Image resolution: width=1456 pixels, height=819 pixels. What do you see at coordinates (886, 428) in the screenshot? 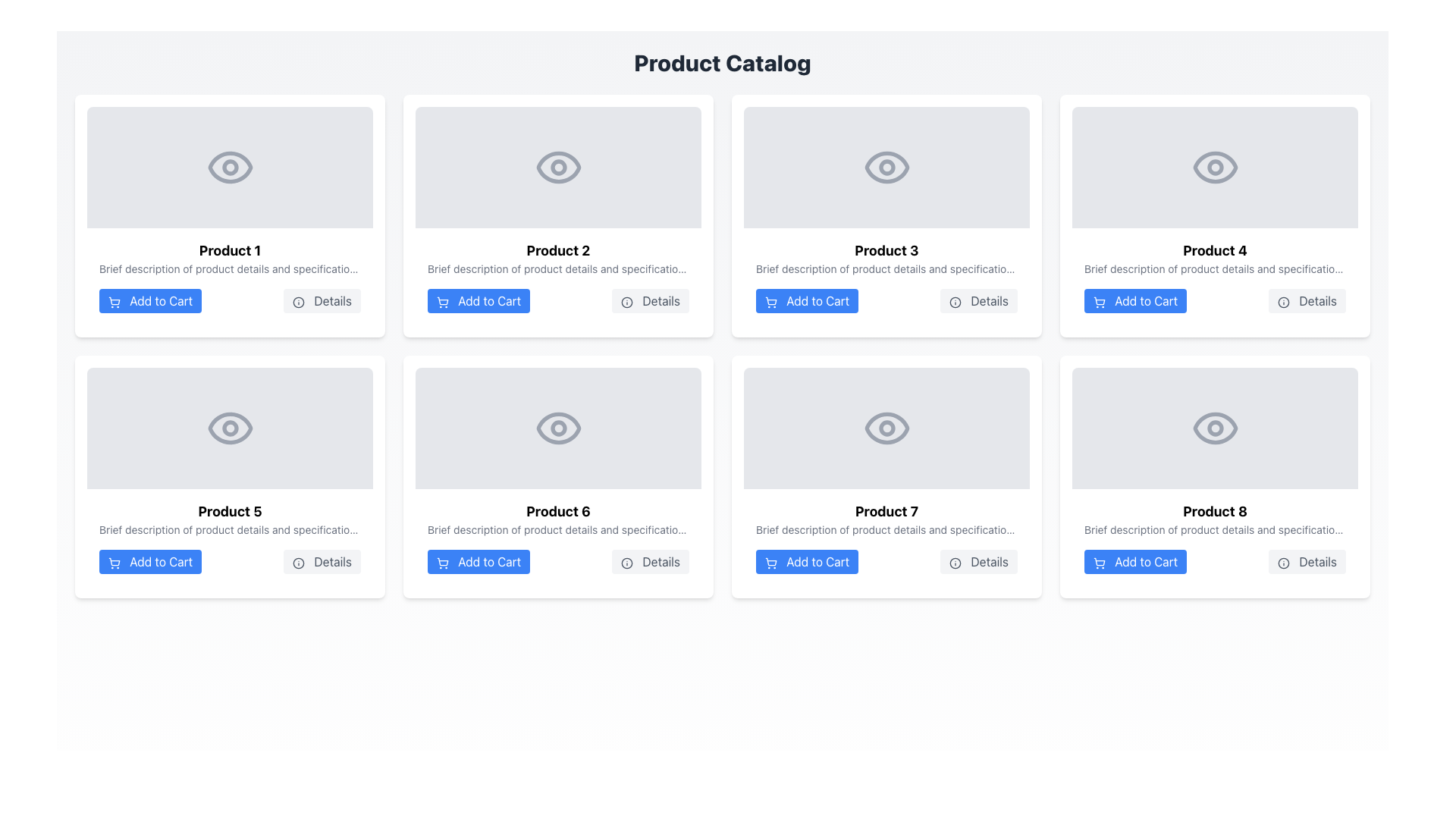
I see `the image placeholder graphic located in the fourth row and second column of the card layout, which visually represents the content above the title 'Product 7.'` at bounding box center [886, 428].